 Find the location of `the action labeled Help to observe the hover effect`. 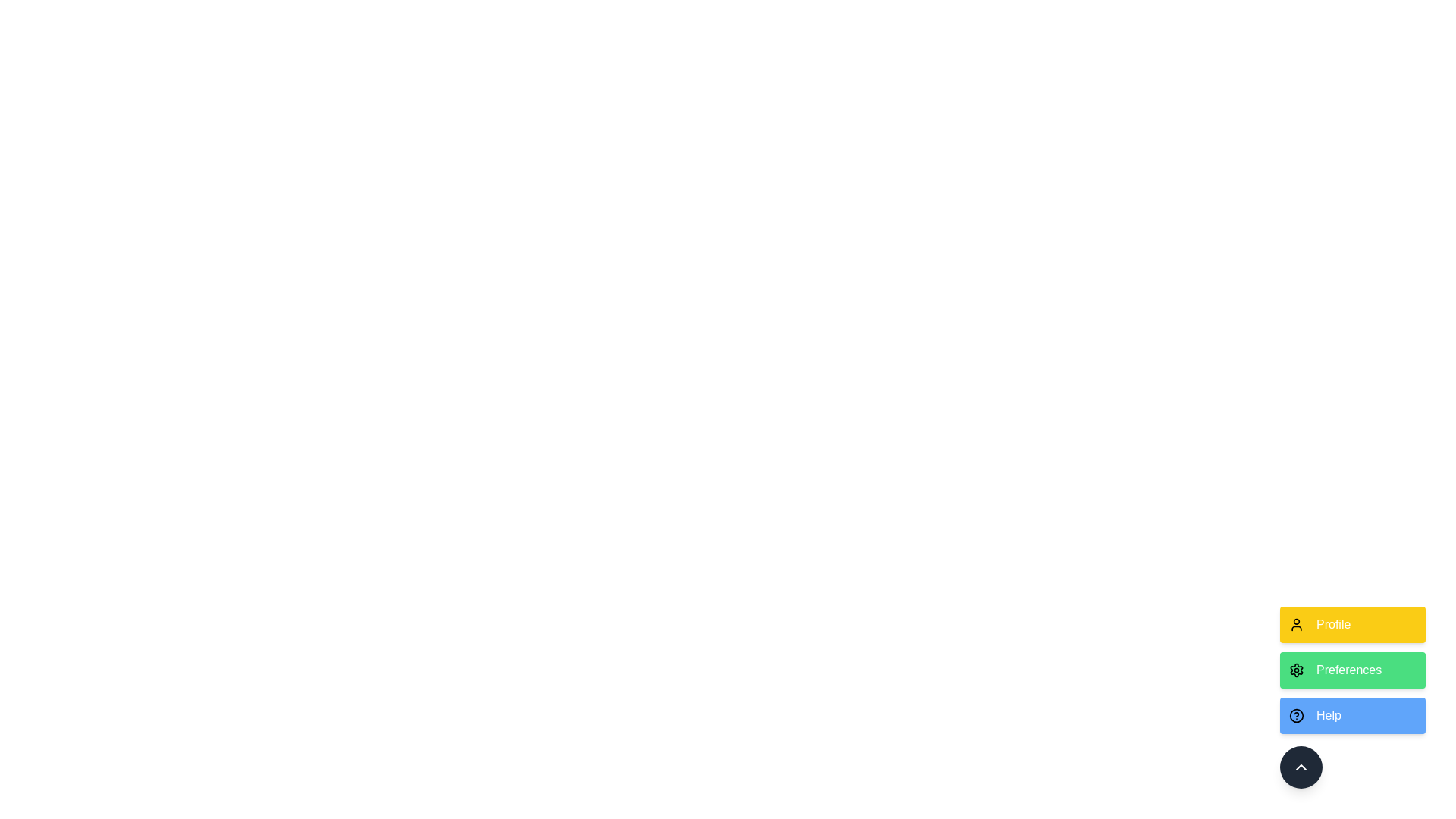

the action labeled Help to observe the hover effect is located at coordinates (1353, 716).